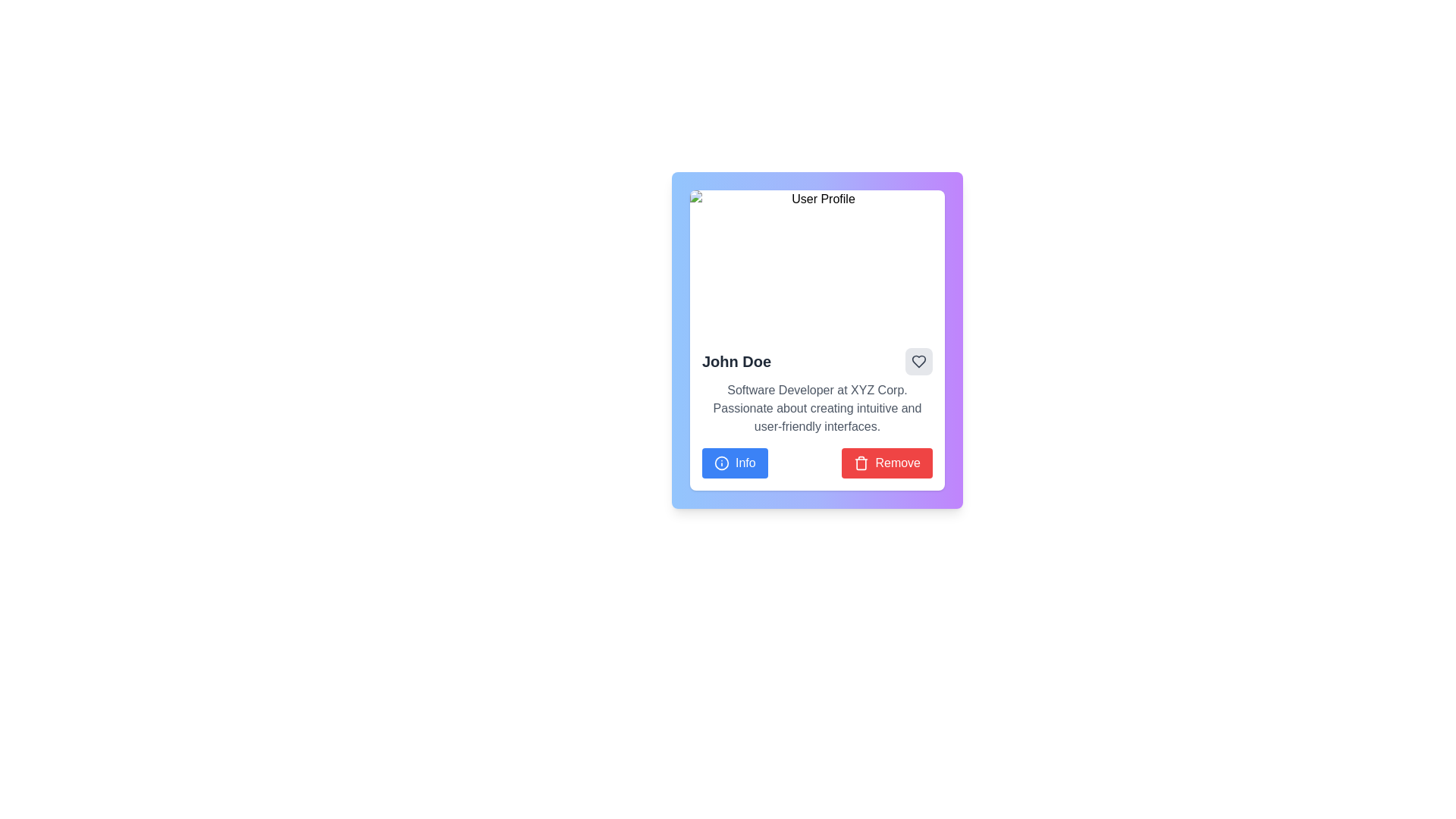 This screenshot has height=819, width=1456. What do you see at coordinates (918, 362) in the screenshot?
I see `the heart-shaped icon button located in the top-right corner of the user profile card to mark the profile as a favorite` at bounding box center [918, 362].